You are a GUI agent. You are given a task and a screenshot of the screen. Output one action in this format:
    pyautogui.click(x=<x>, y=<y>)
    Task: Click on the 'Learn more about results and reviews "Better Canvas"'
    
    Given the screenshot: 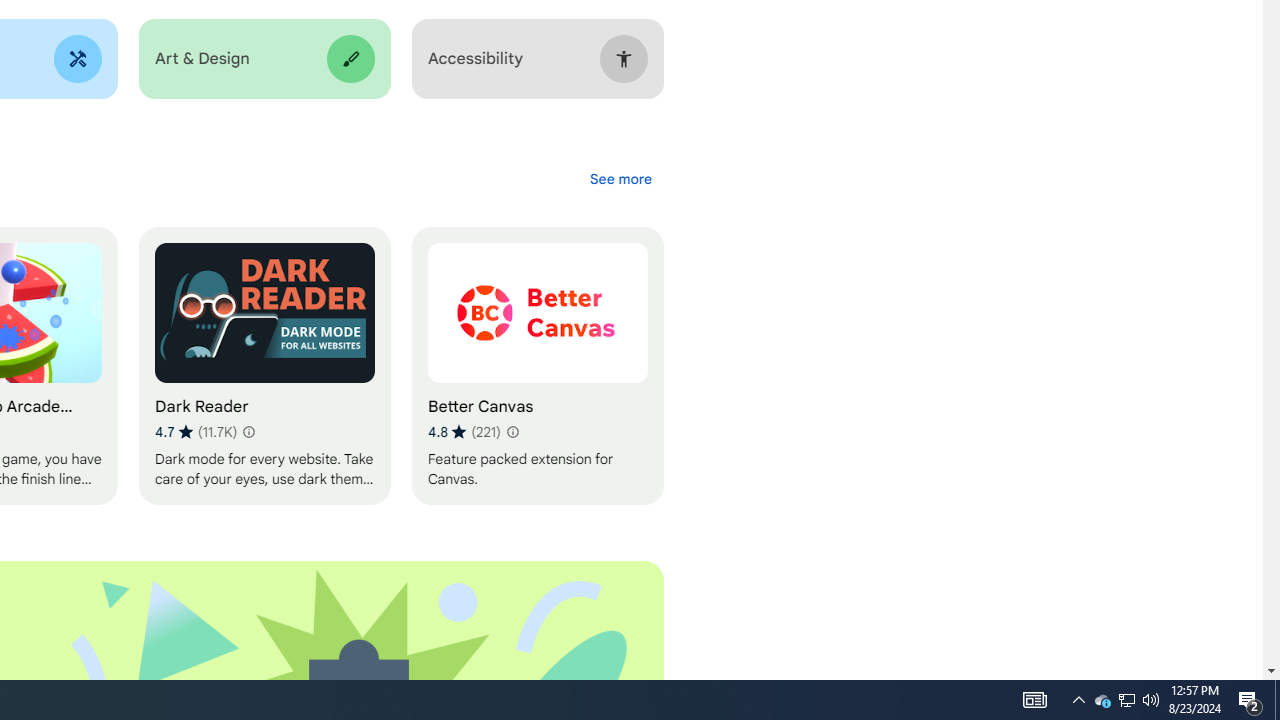 What is the action you would take?
    pyautogui.click(x=512, y=431)
    